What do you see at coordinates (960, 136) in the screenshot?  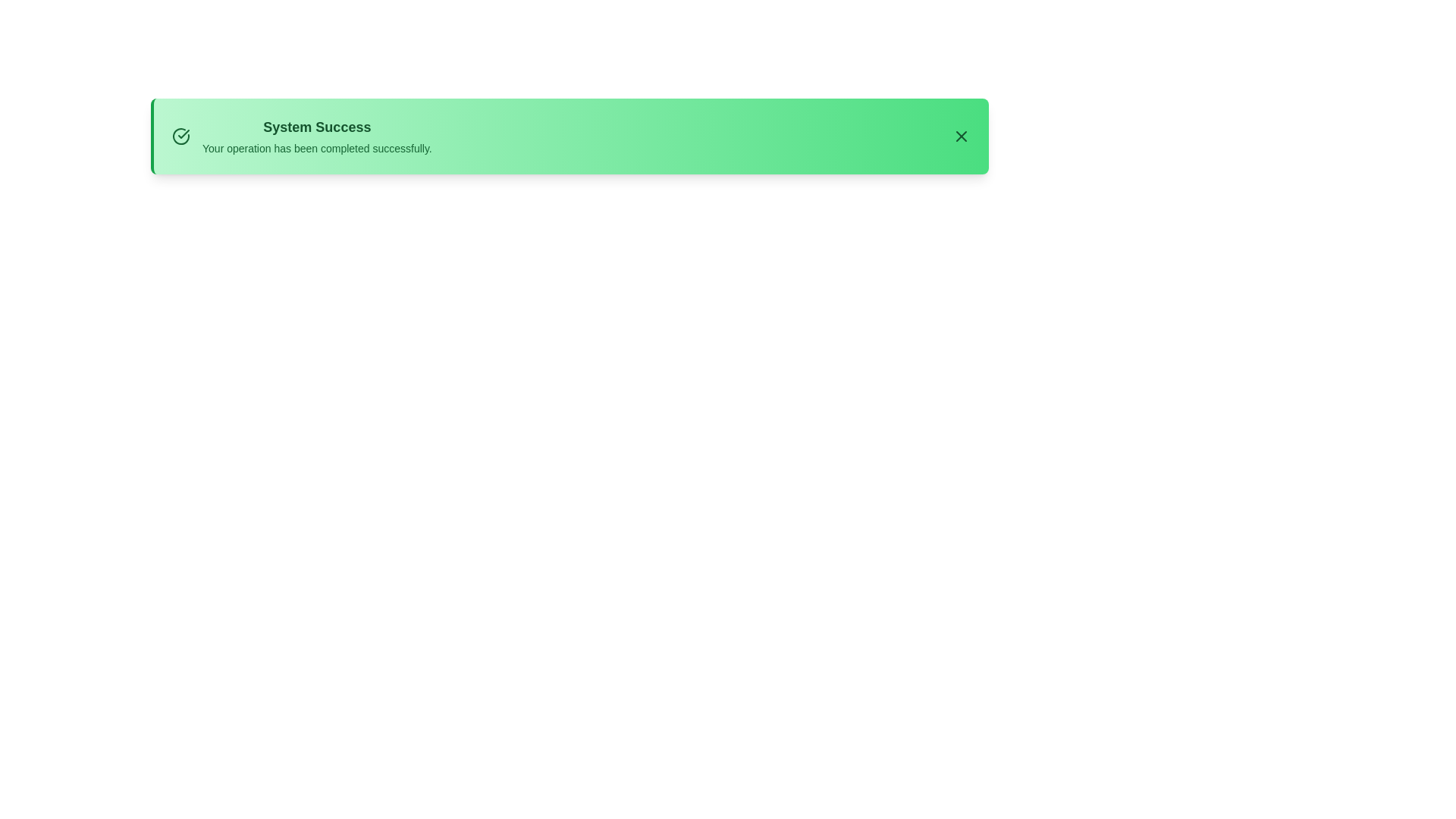 I see `the close button to dismiss the notification` at bounding box center [960, 136].